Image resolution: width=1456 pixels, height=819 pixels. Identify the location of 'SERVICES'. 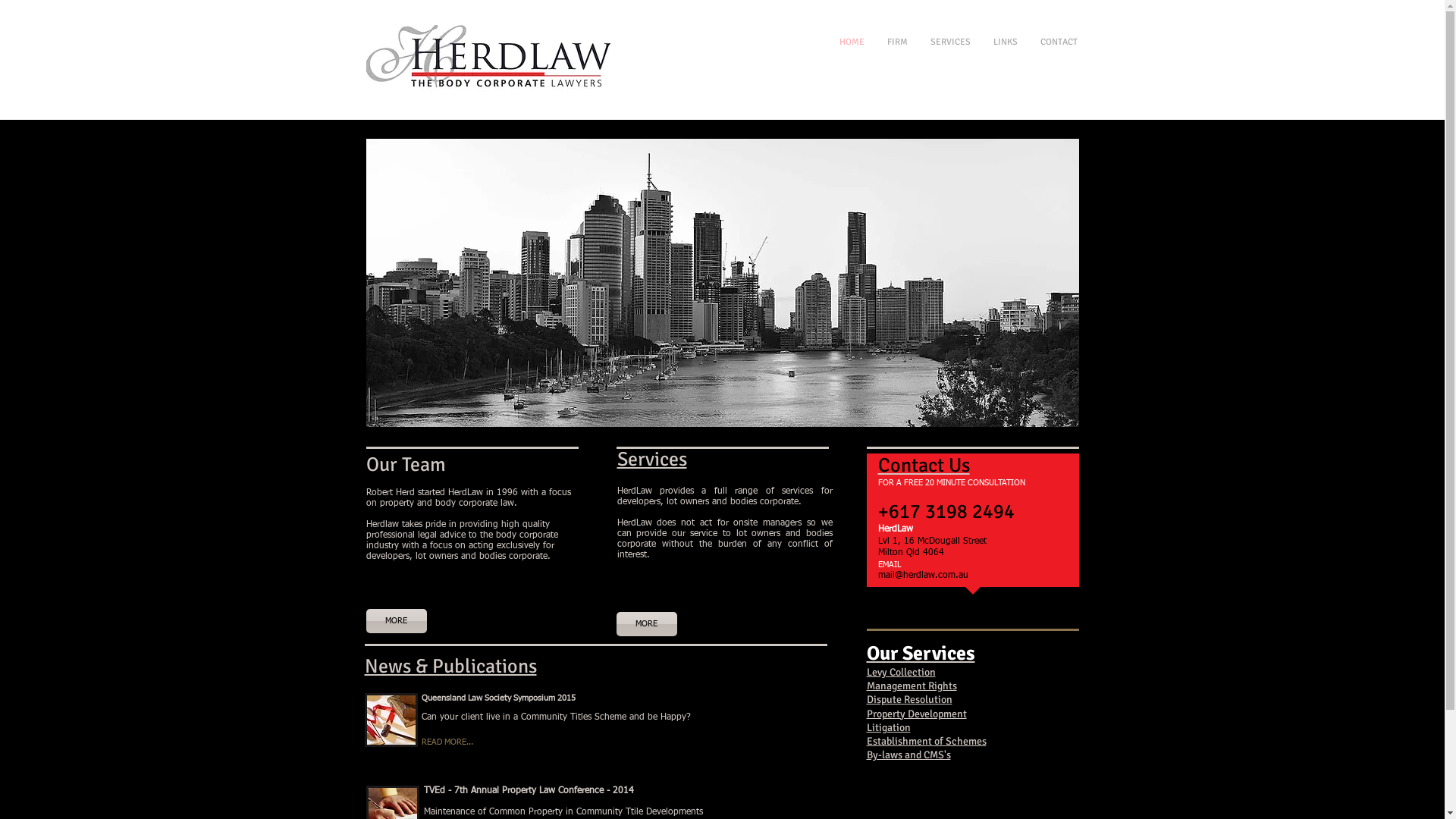
(964, 42).